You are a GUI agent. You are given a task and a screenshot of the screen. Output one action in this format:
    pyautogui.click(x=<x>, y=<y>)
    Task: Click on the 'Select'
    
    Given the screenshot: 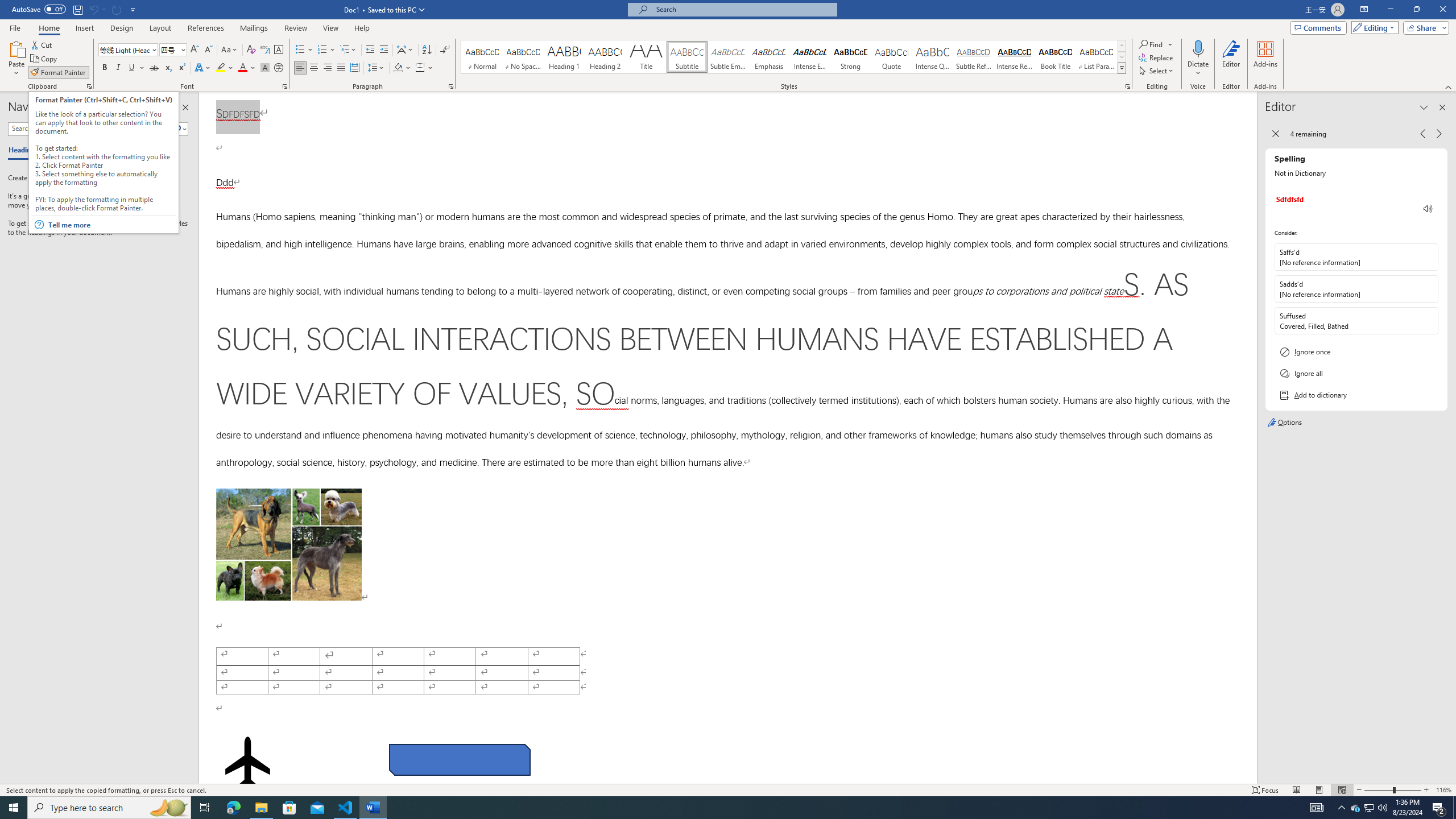 What is the action you would take?
    pyautogui.click(x=1157, y=69)
    